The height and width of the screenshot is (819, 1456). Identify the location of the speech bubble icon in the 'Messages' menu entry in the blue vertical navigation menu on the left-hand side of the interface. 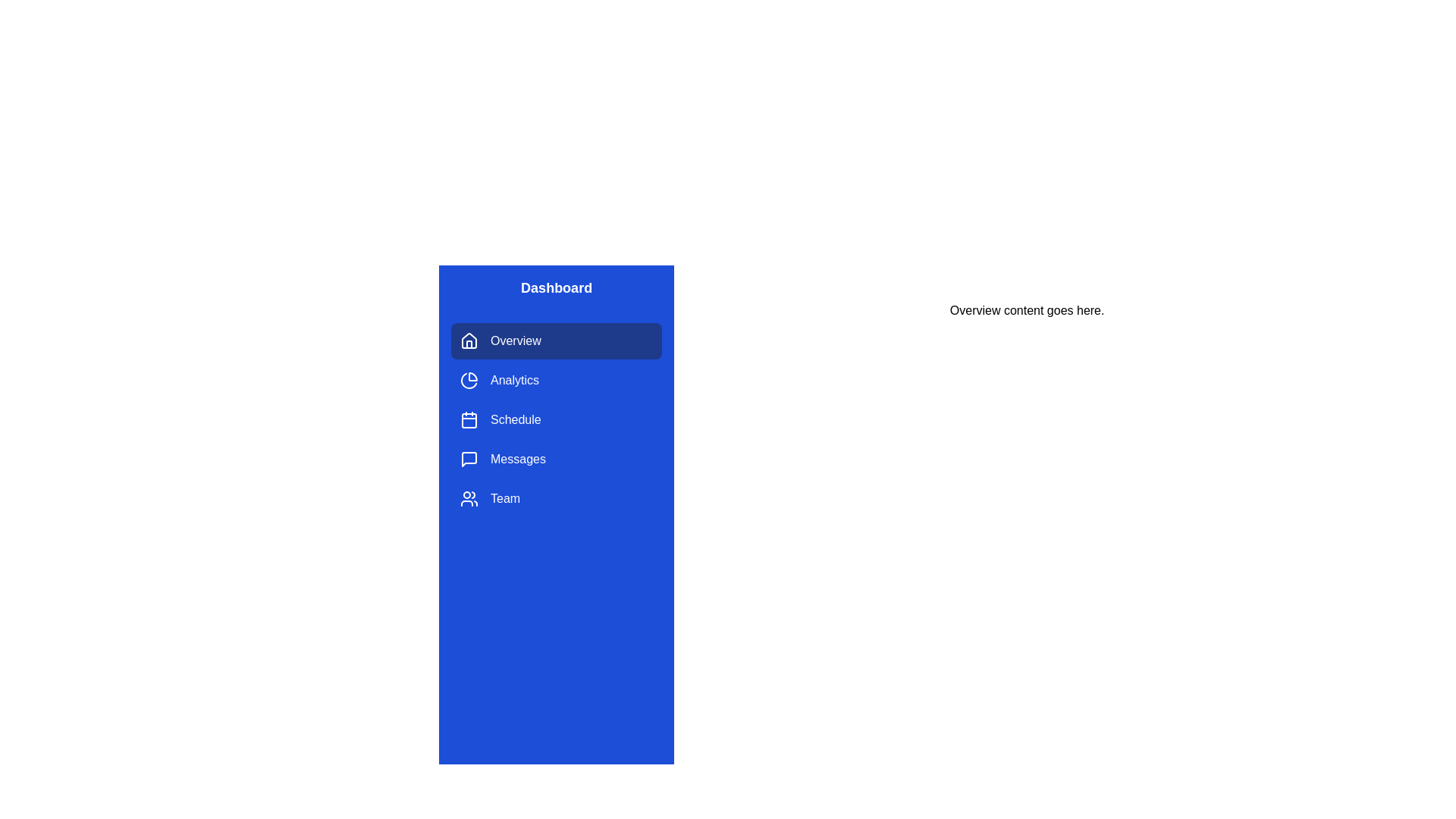
(469, 458).